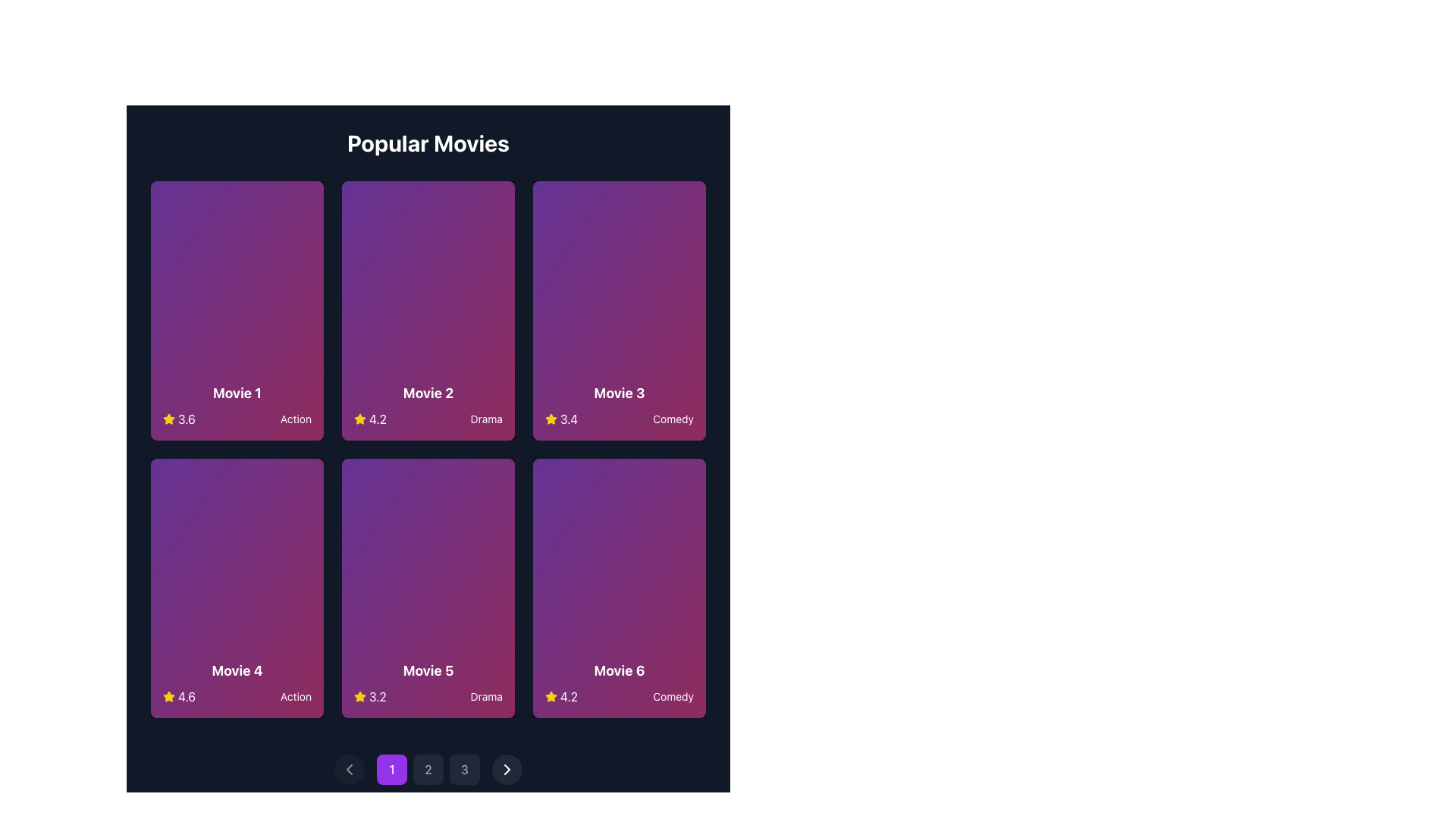 The height and width of the screenshot is (819, 1456). Describe the element at coordinates (392, 769) in the screenshot. I see `the small circular button with a purple background and white text displaying the number '1' located at the bottom center of the pagination control` at that location.